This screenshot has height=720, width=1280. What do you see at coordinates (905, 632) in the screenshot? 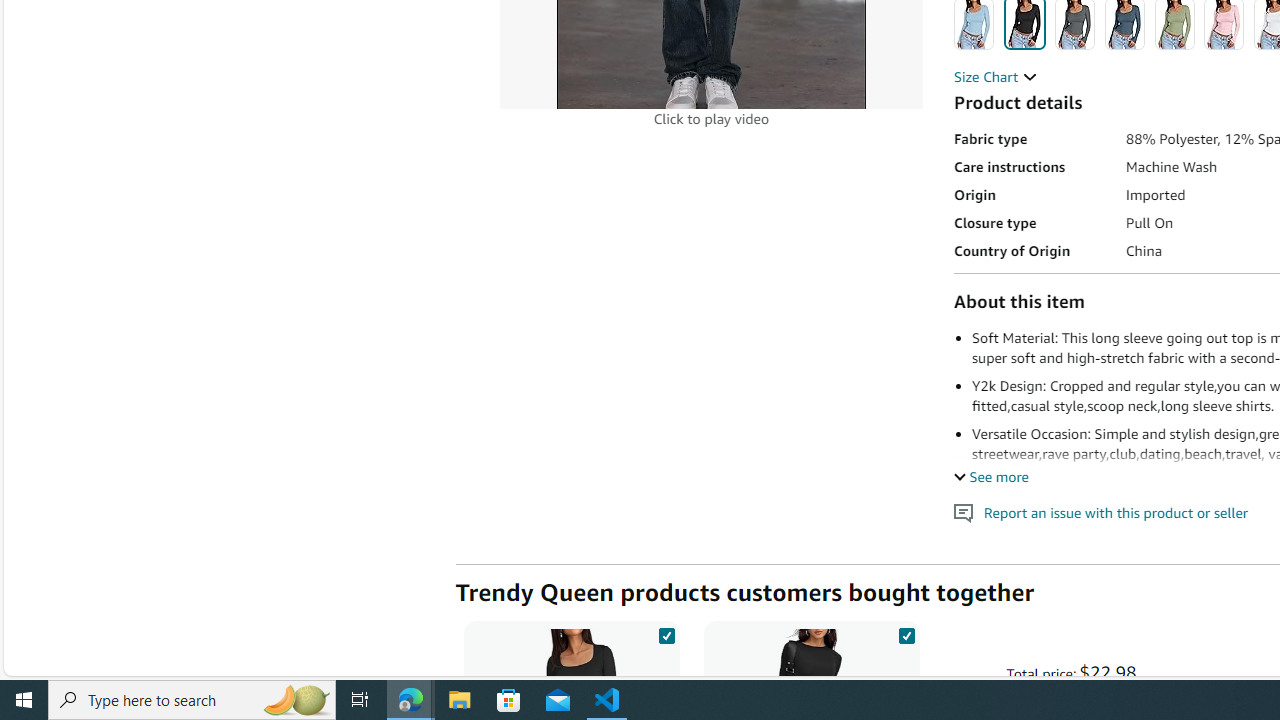
I see `'AutomationID: thematicBundleCheck-2'` at bounding box center [905, 632].